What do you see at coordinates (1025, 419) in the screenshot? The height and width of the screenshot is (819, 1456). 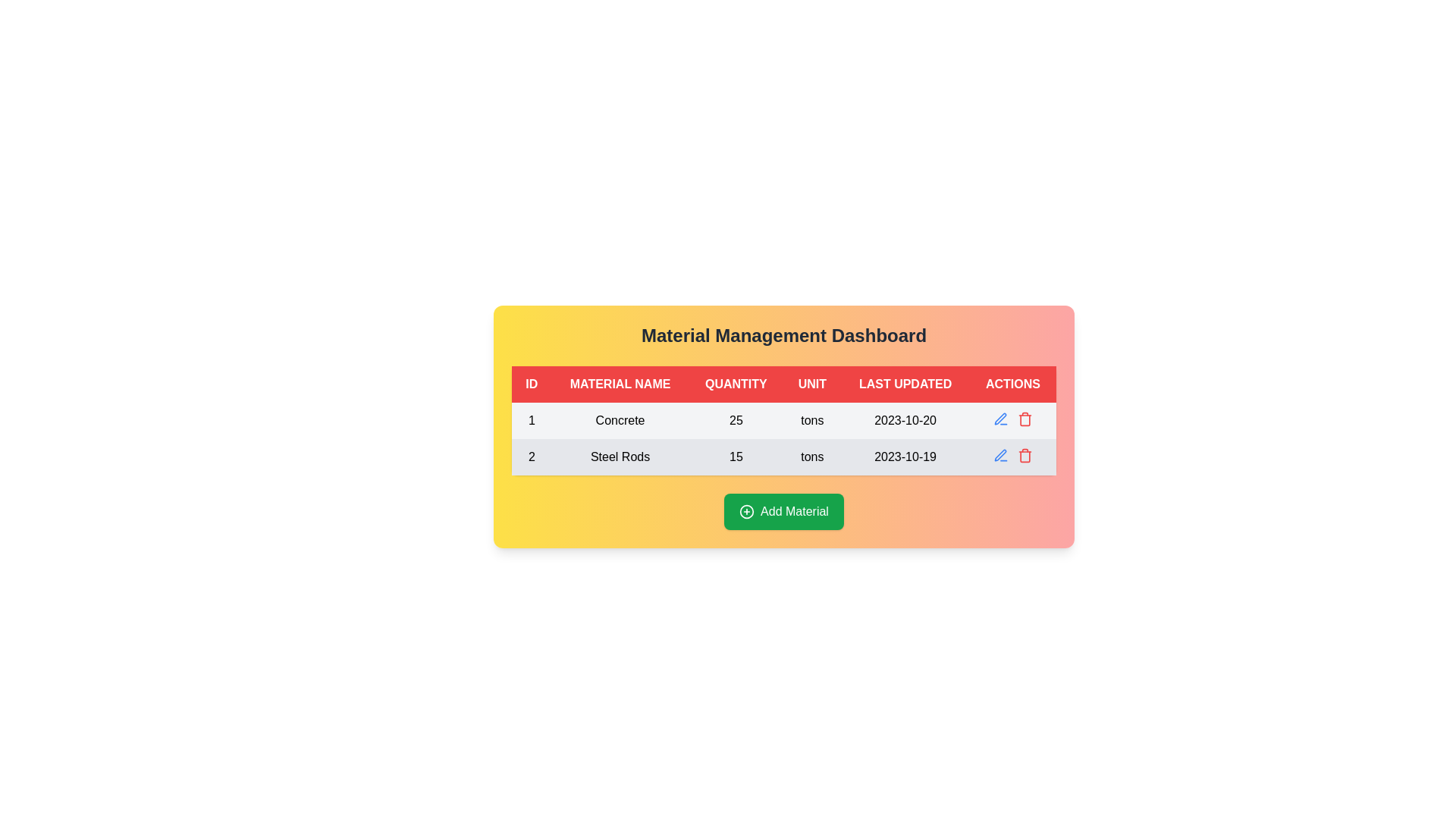 I see `the red trash bin icon in the 'Actions' column of the second row` at bounding box center [1025, 419].